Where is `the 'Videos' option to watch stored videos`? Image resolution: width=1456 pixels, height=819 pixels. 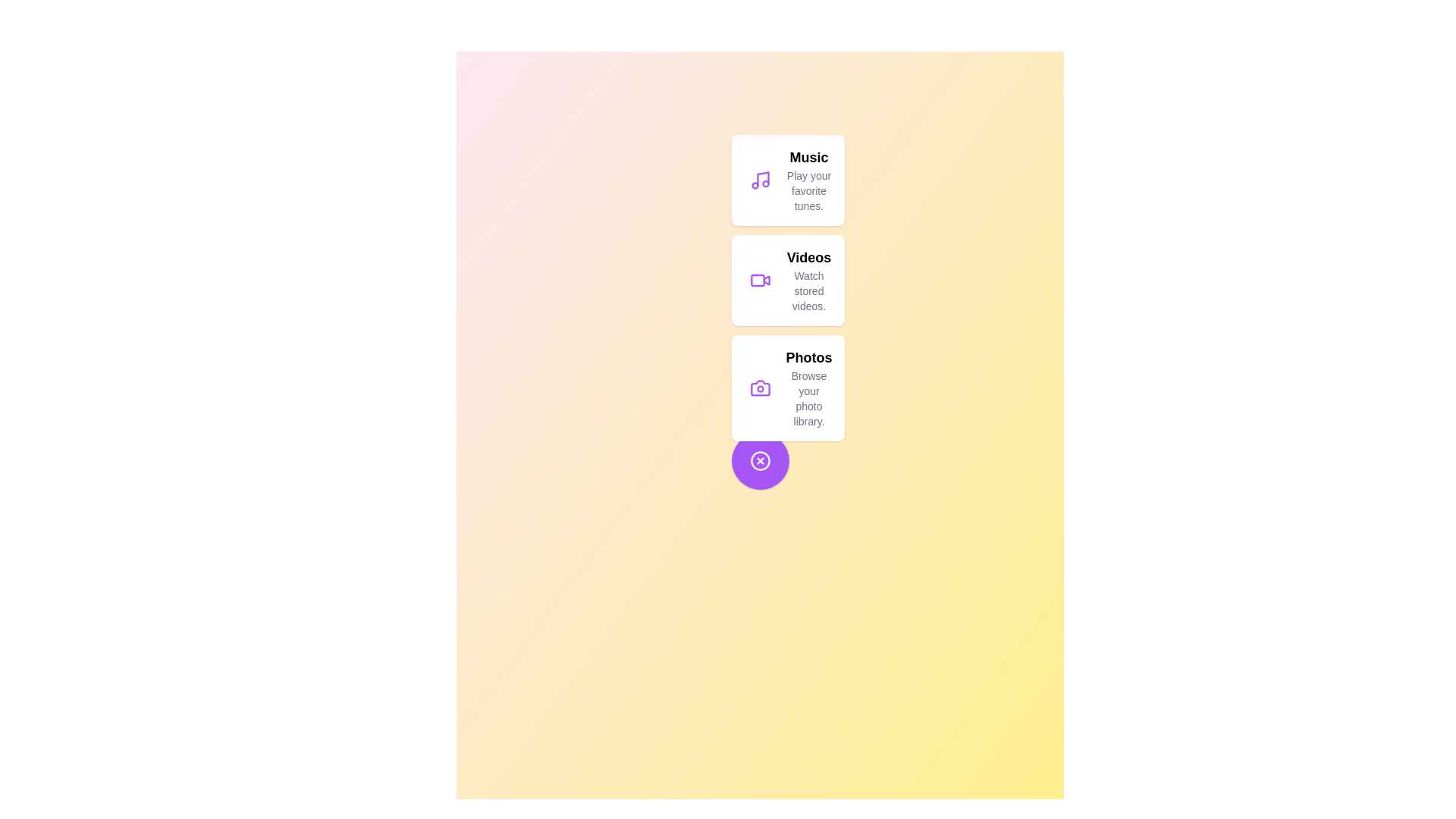 the 'Videos' option to watch stored videos is located at coordinates (787, 281).